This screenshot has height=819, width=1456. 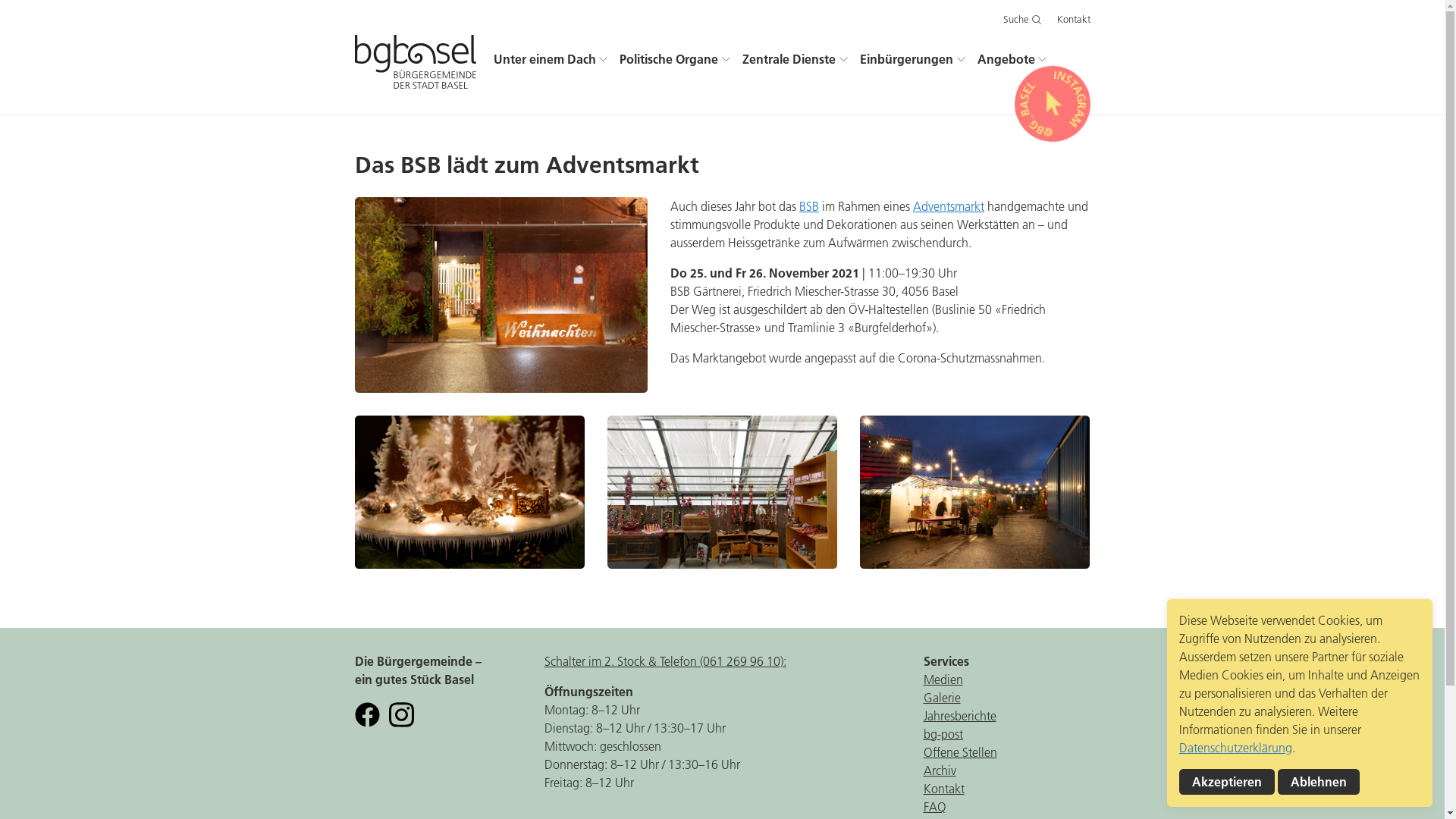 I want to click on 'Unter einem Dach', so click(x=549, y=58).